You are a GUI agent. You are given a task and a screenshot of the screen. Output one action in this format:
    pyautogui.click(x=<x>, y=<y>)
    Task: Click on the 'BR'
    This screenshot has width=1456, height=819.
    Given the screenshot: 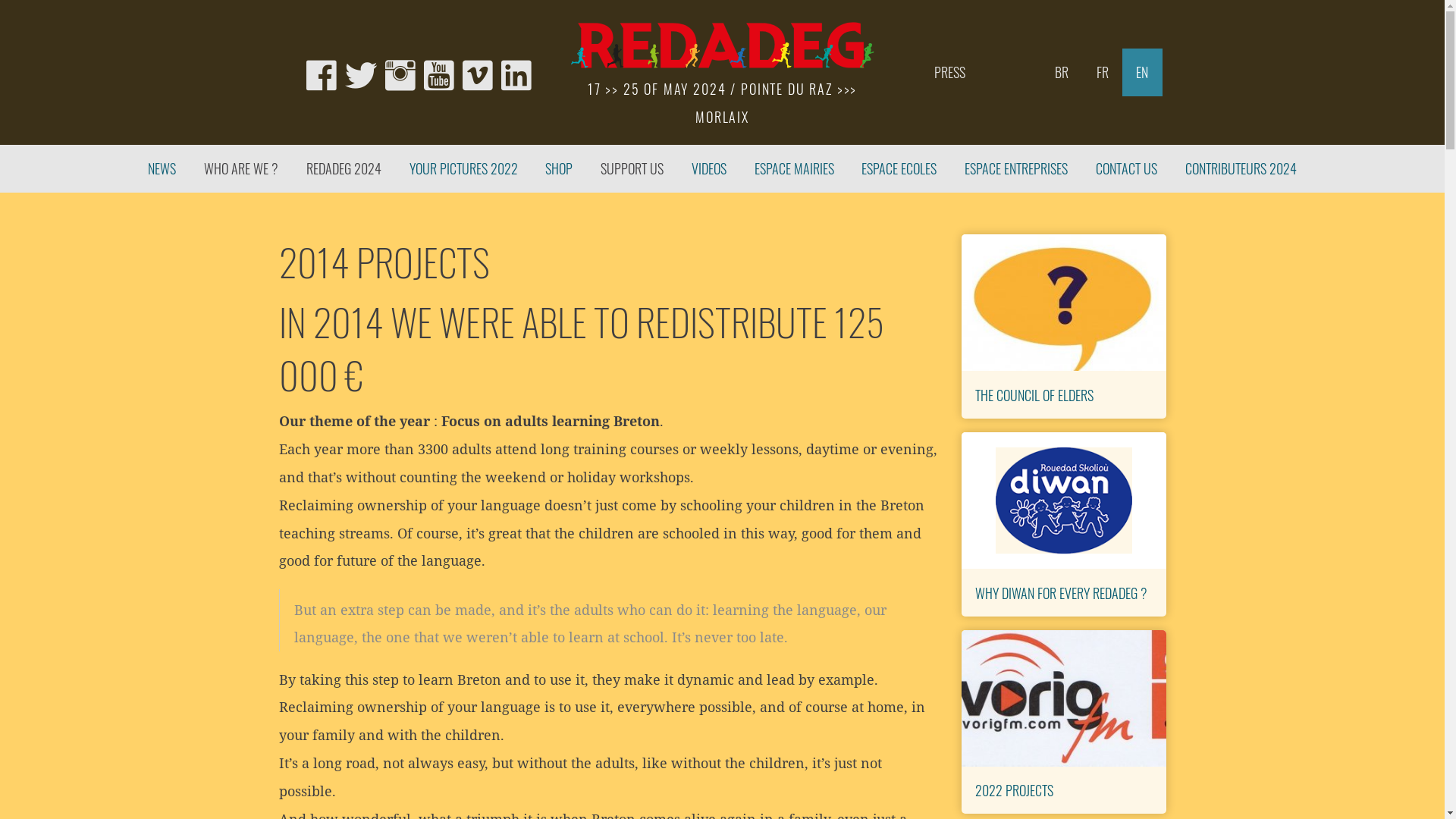 What is the action you would take?
    pyautogui.click(x=1060, y=72)
    